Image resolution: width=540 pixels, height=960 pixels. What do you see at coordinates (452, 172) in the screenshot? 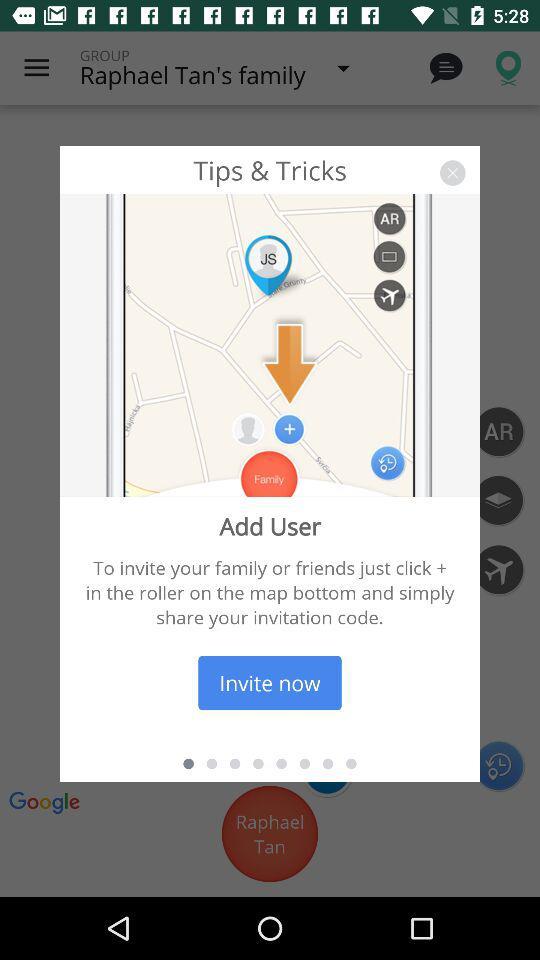
I see `choose cancel symbol` at bounding box center [452, 172].